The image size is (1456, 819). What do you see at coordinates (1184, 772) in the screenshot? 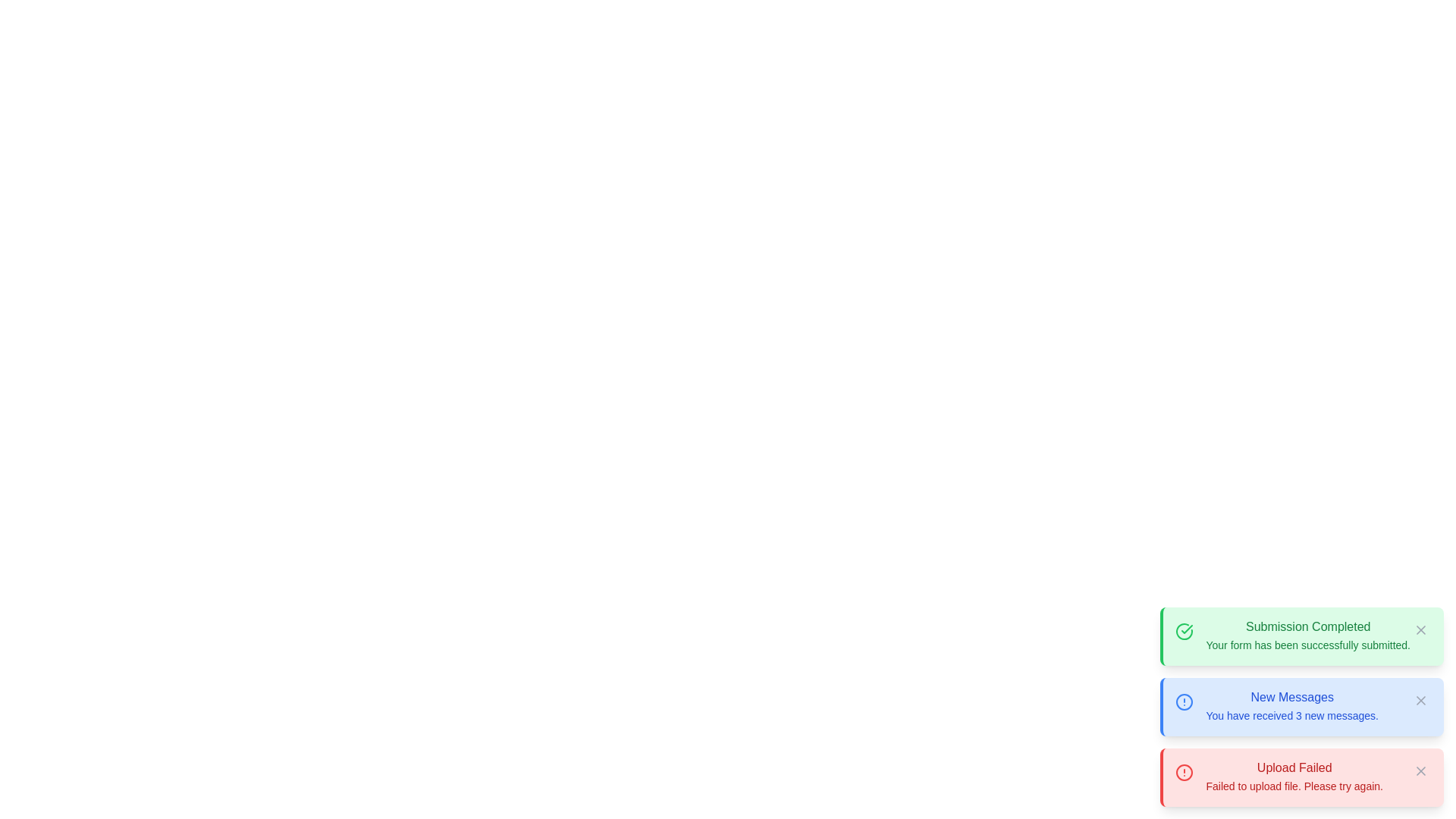
I see `the alert icon located at the top-left corner of the red alert box labeled 'Upload Failed', which signals the user about an issue that needs attention` at bounding box center [1184, 772].